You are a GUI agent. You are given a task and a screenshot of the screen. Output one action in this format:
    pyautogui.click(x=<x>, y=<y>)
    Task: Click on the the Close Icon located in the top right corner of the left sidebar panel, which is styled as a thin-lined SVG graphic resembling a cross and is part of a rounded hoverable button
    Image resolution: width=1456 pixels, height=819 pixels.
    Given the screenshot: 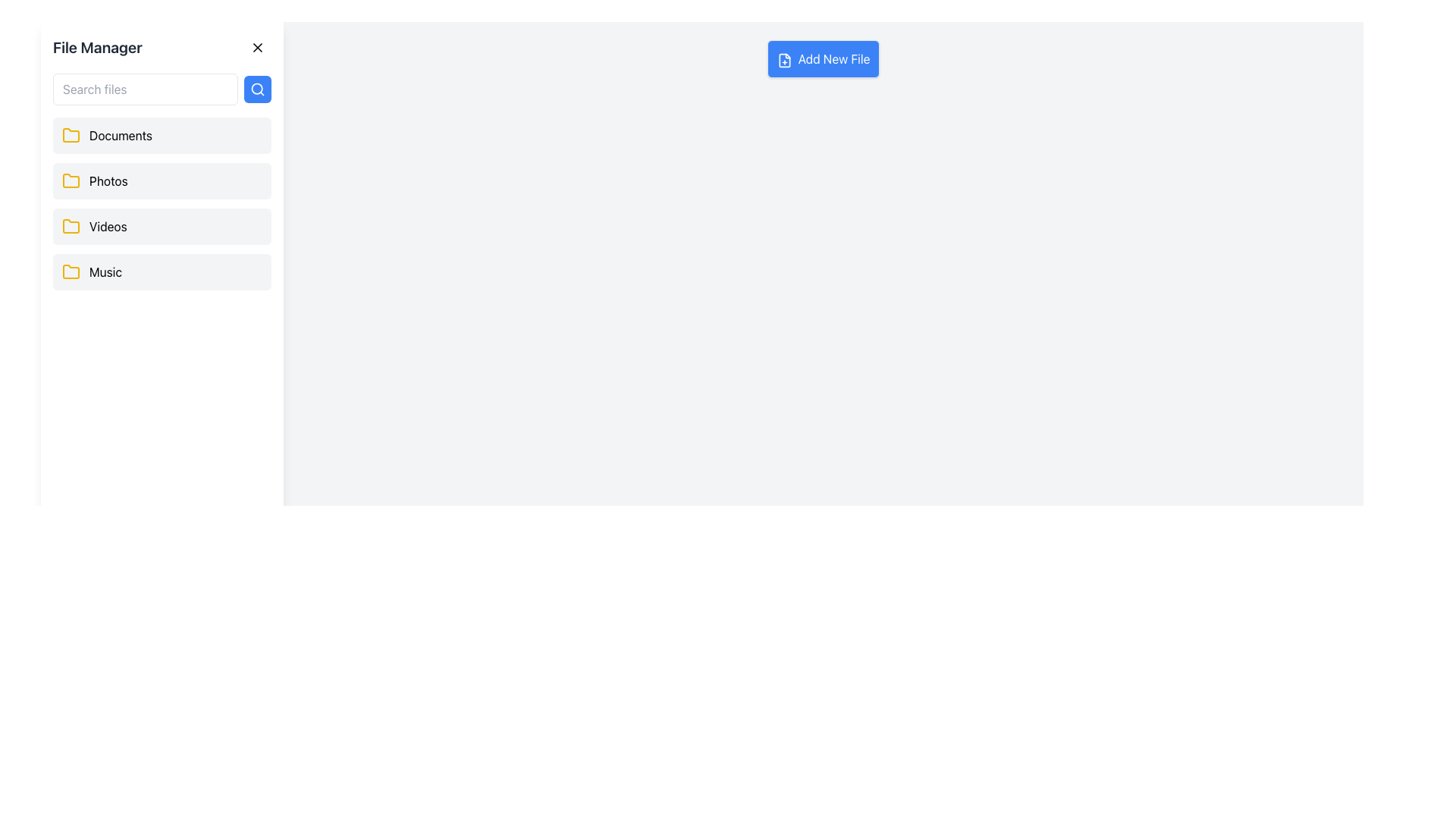 What is the action you would take?
    pyautogui.click(x=258, y=46)
    